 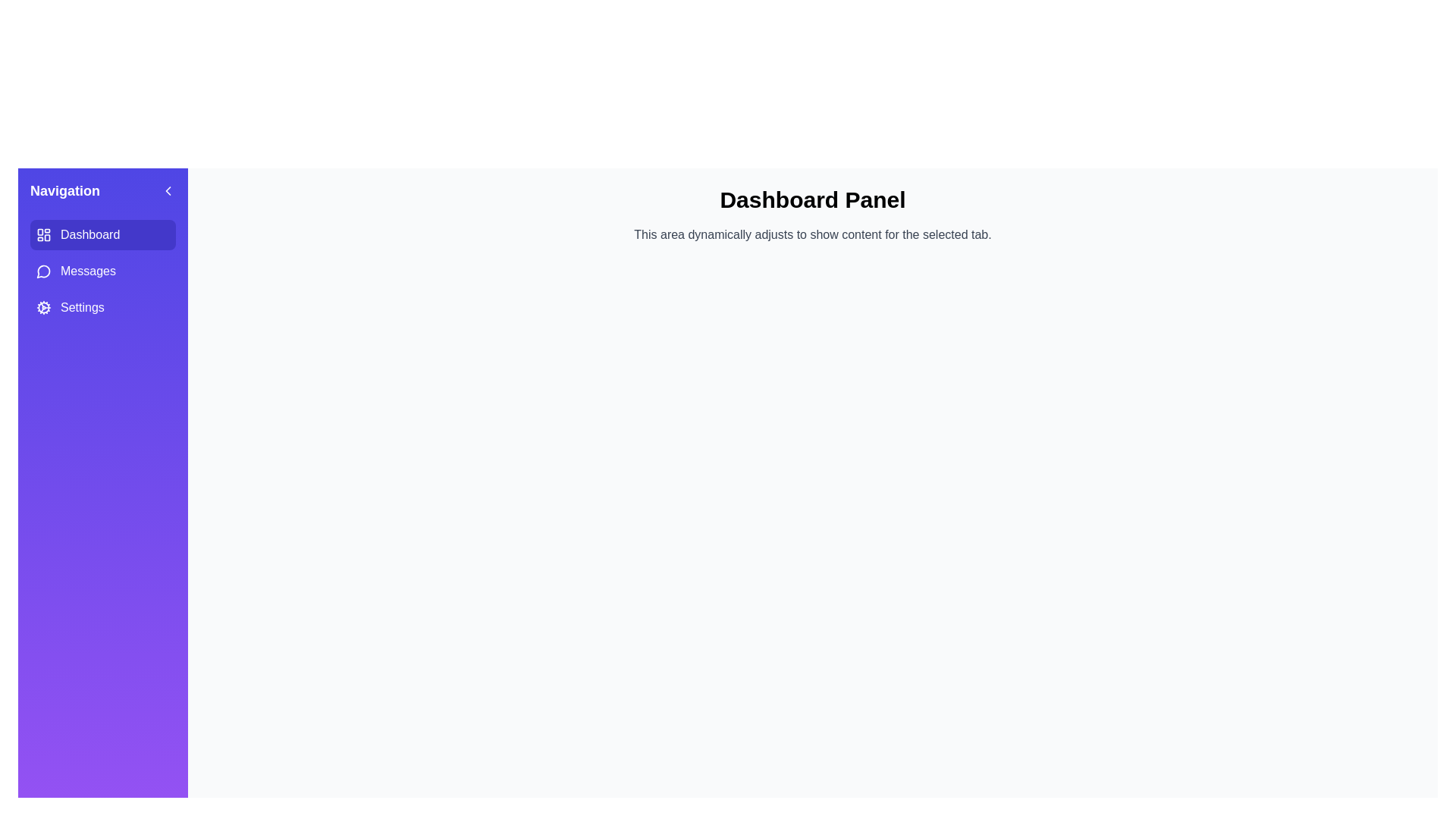 I want to click on the tab labeled Settings in the navigation drawer, so click(x=102, y=307).